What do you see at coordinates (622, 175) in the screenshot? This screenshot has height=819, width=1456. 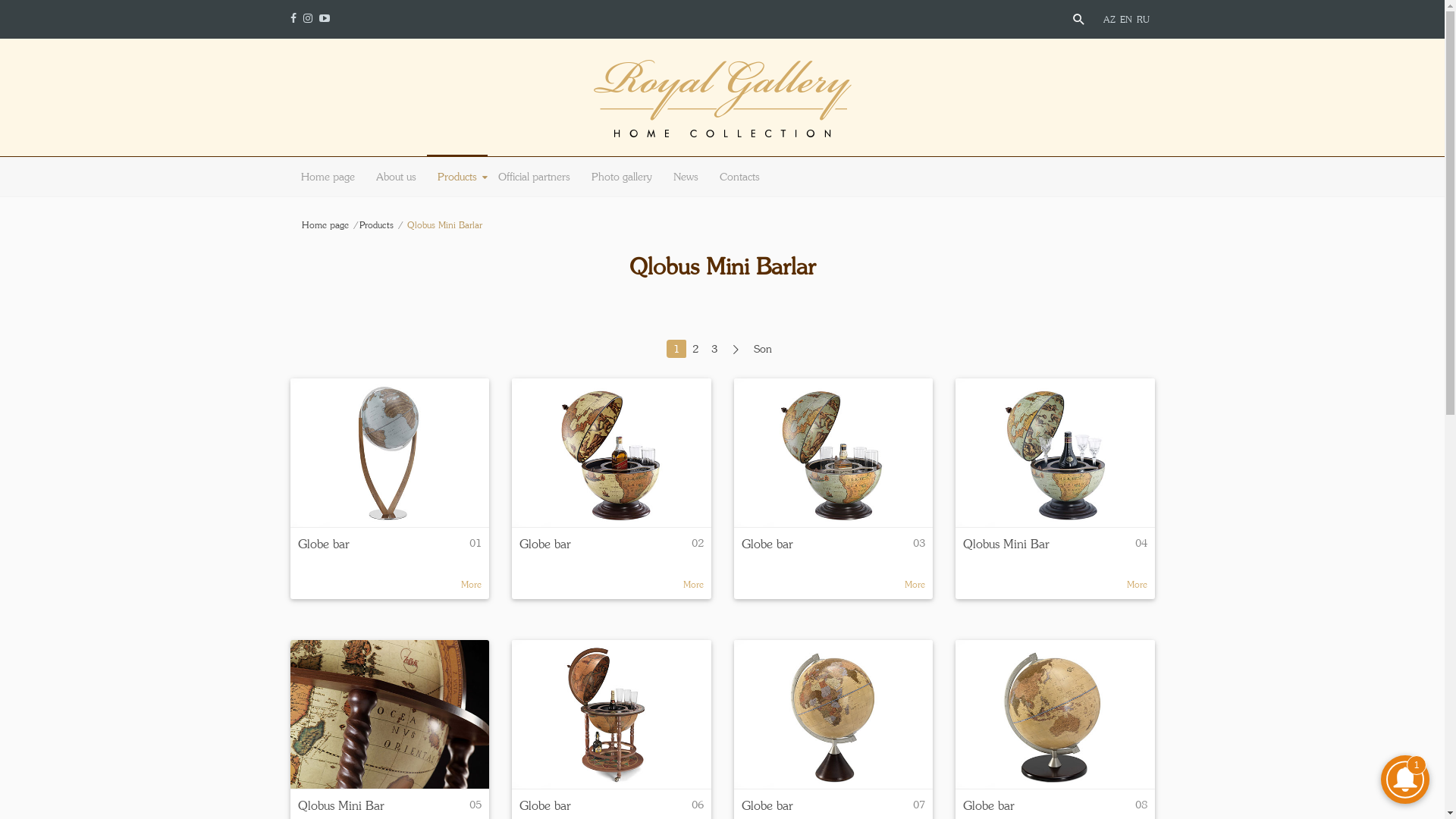 I see `'Photo gallery'` at bounding box center [622, 175].